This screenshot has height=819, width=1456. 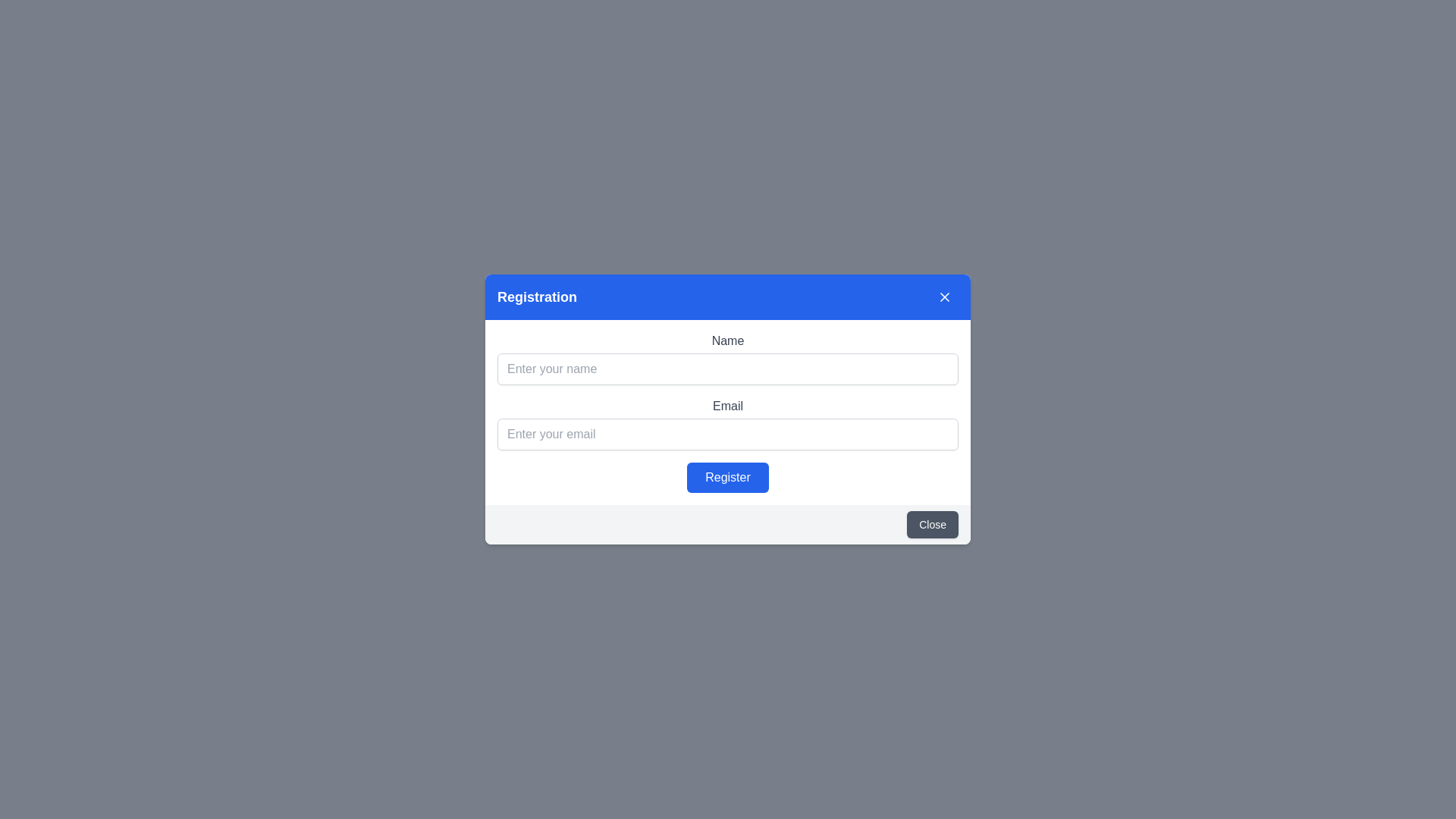 What do you see at coordinates (728, 341) in the screenshot?
I see `the 'Name' label that displays the text in a medium grayish font above the 'Enter your name' input field` at bounding box center [728, 341].